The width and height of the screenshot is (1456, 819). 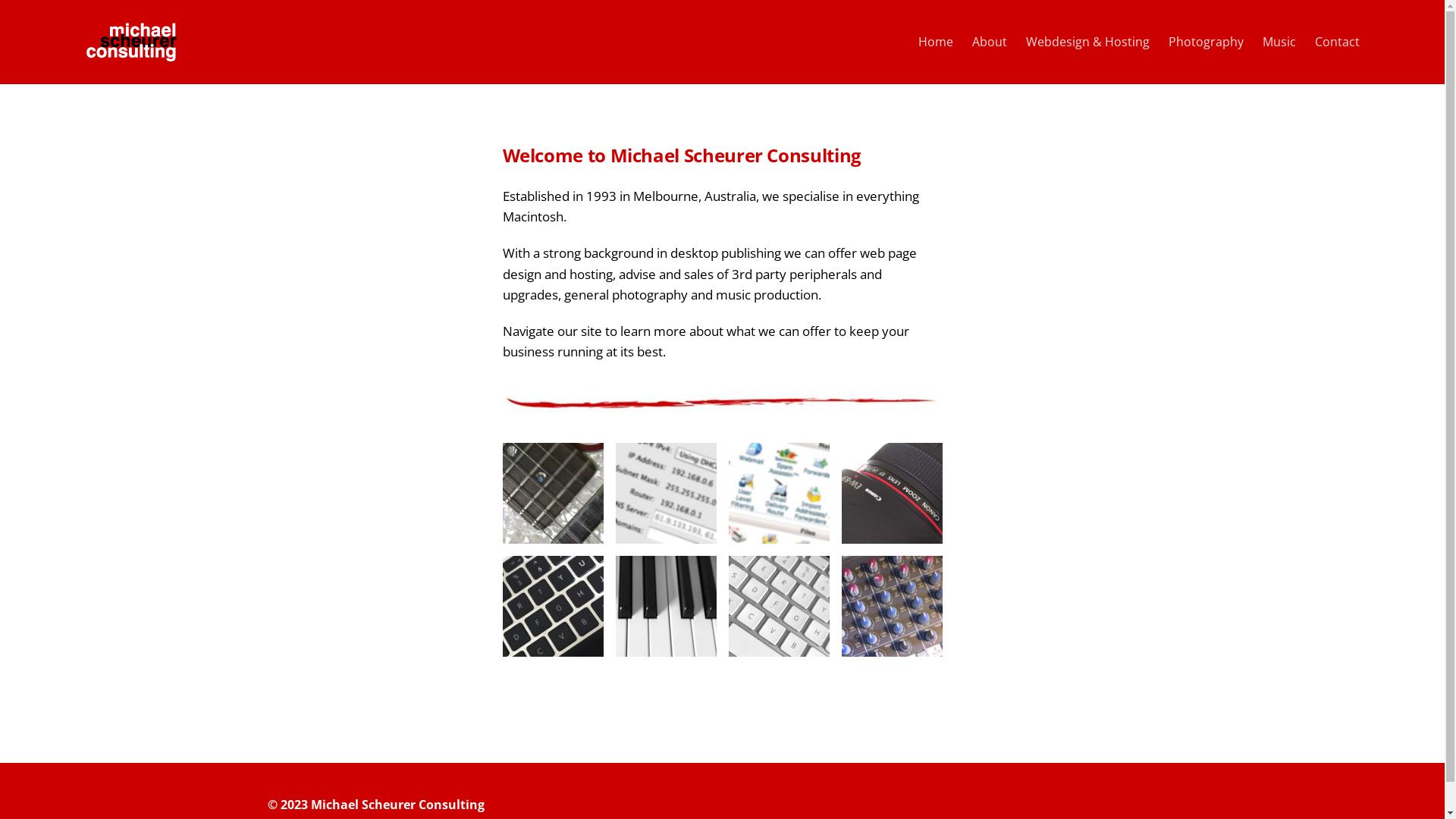 I want to click on 'Contact', so click(x=1337, y=41).